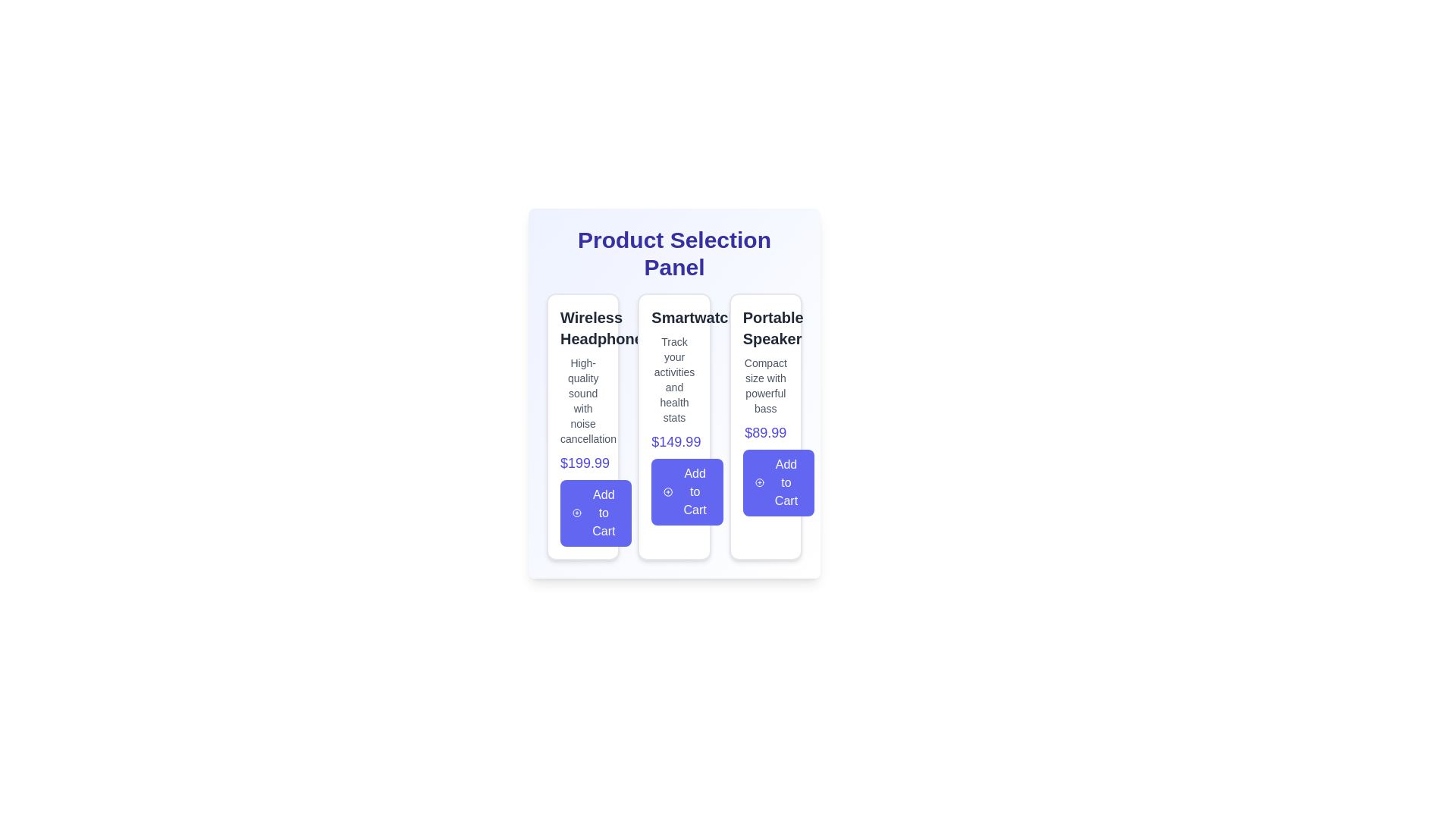  Describe the element at coordinates (673, 317) in the screenshot. I see `the Text Label that indicates the product name, located at the top of the middle product card in a grid of three cards, positioned between 'Wireless Headphones' and 'Portable Speaker'` at that location.